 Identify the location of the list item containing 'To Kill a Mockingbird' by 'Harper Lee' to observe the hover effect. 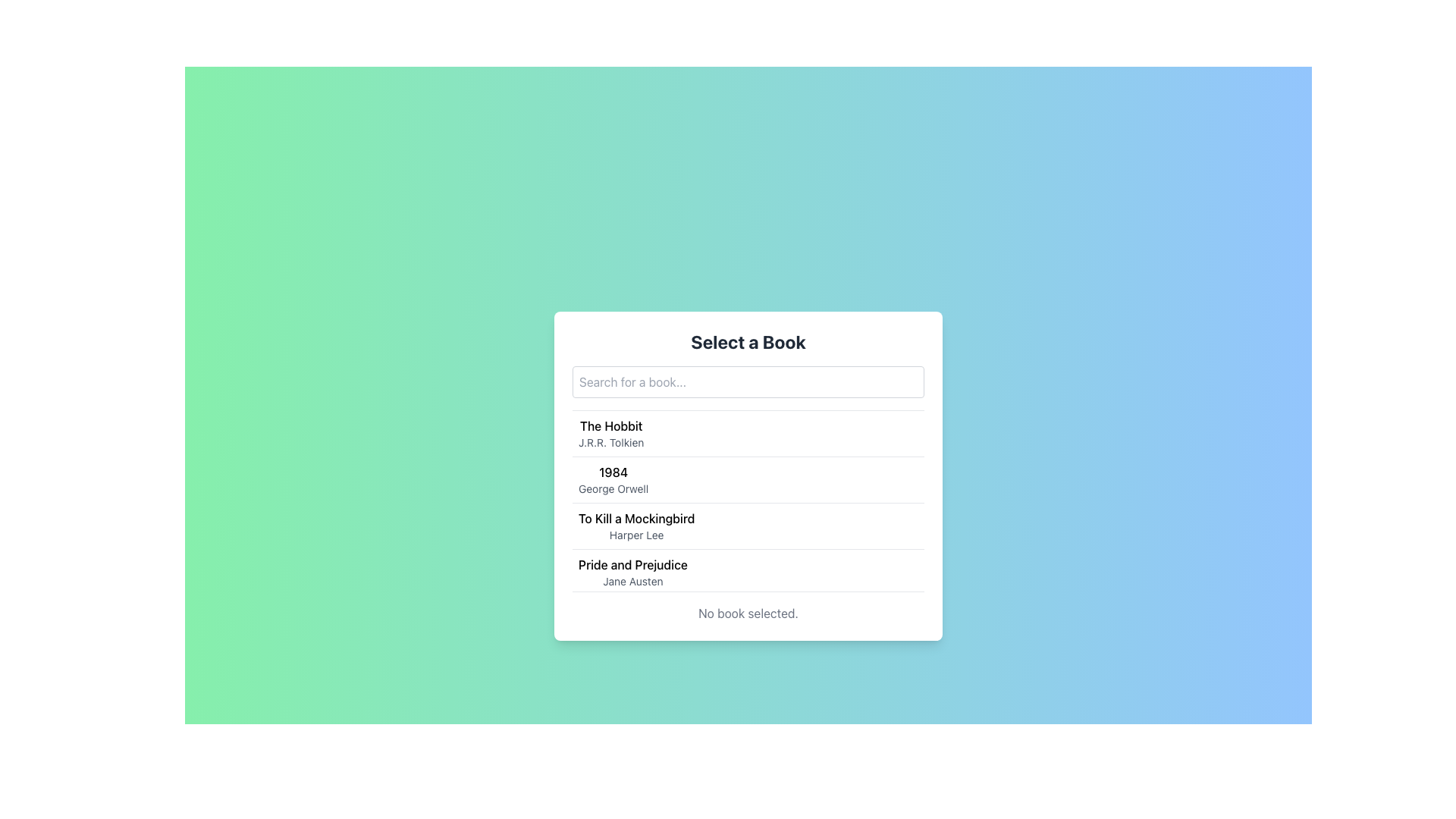
(748, 525).